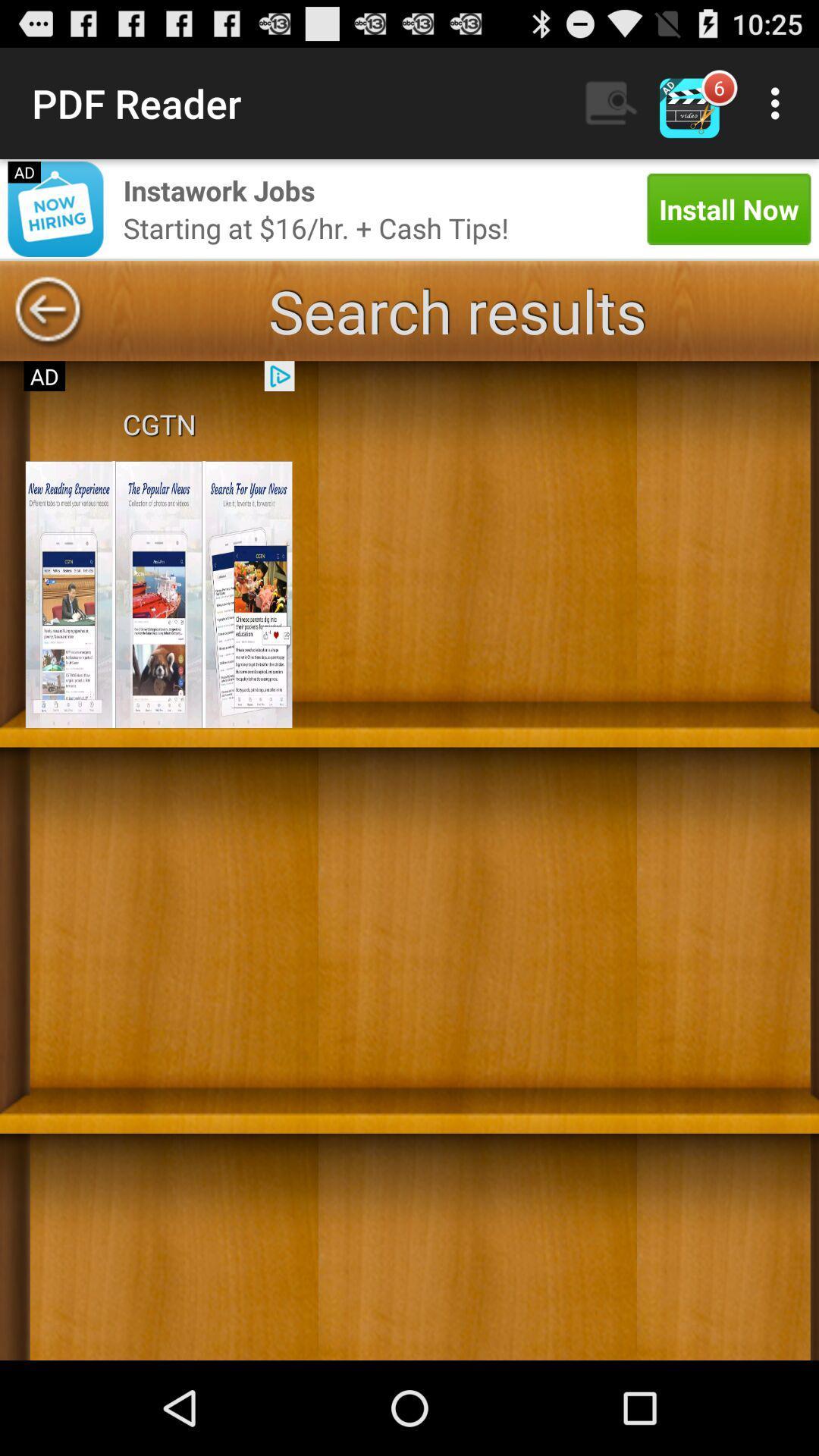  What do you see at coordinates (46, 310) in the screenshot?
I see `go back` at bounding box center [46, 310].